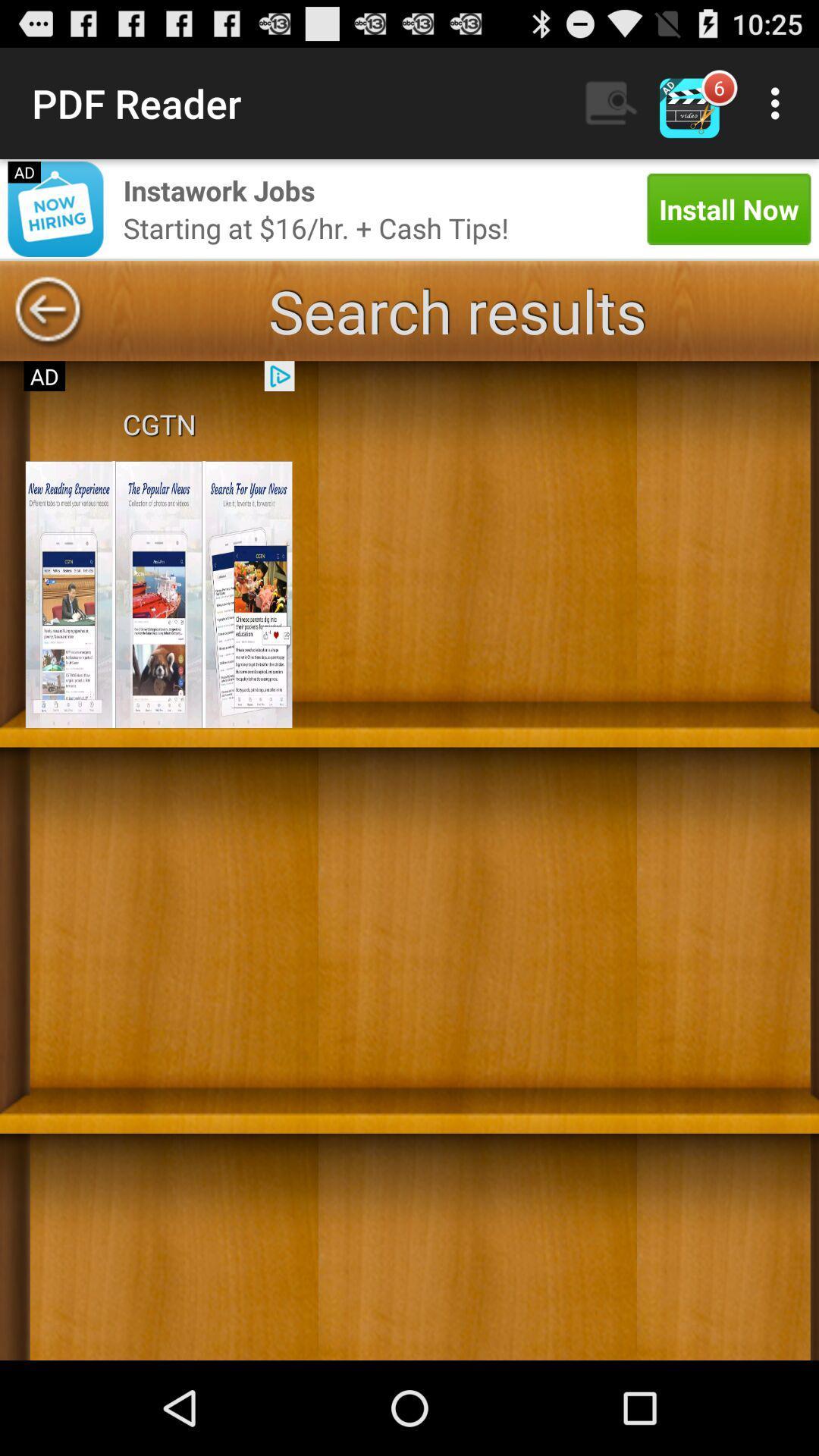  What do you see at coordinates (46, 310) in the screenshot?
I see `go back` at bounding box center [46, 310].